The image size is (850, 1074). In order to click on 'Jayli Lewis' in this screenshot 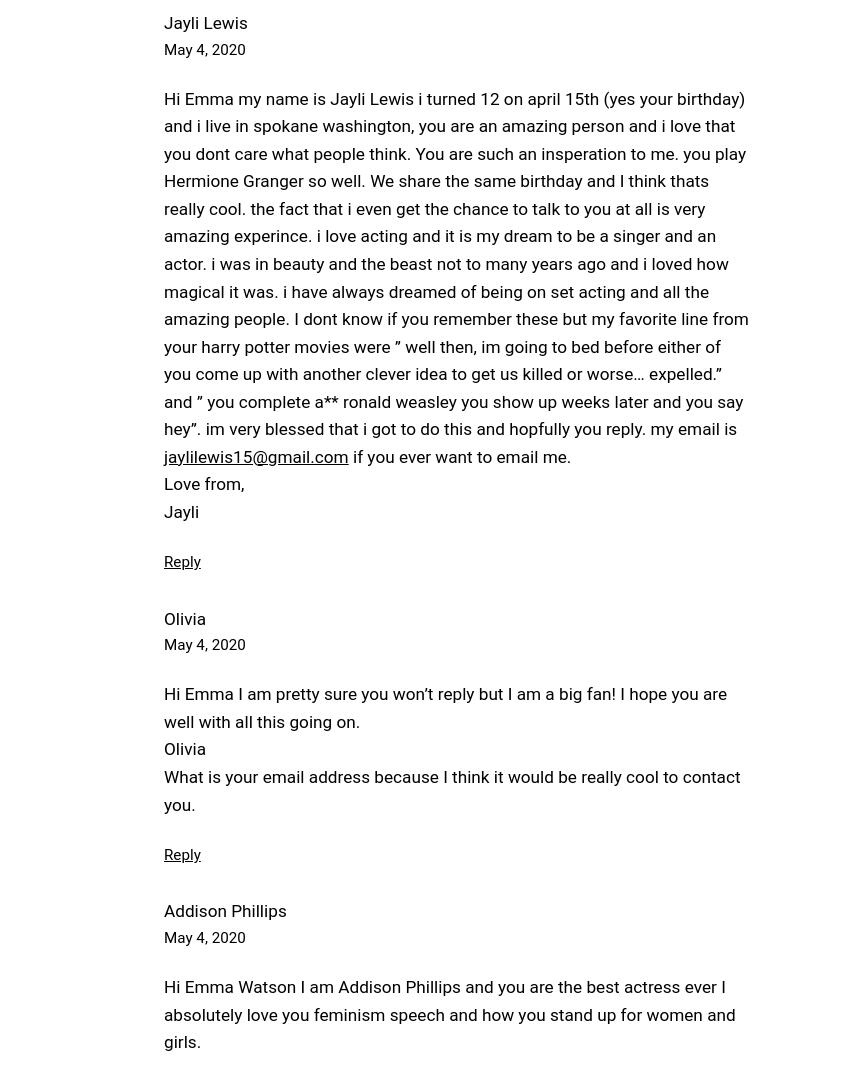, I will do `click(204, 21)`.